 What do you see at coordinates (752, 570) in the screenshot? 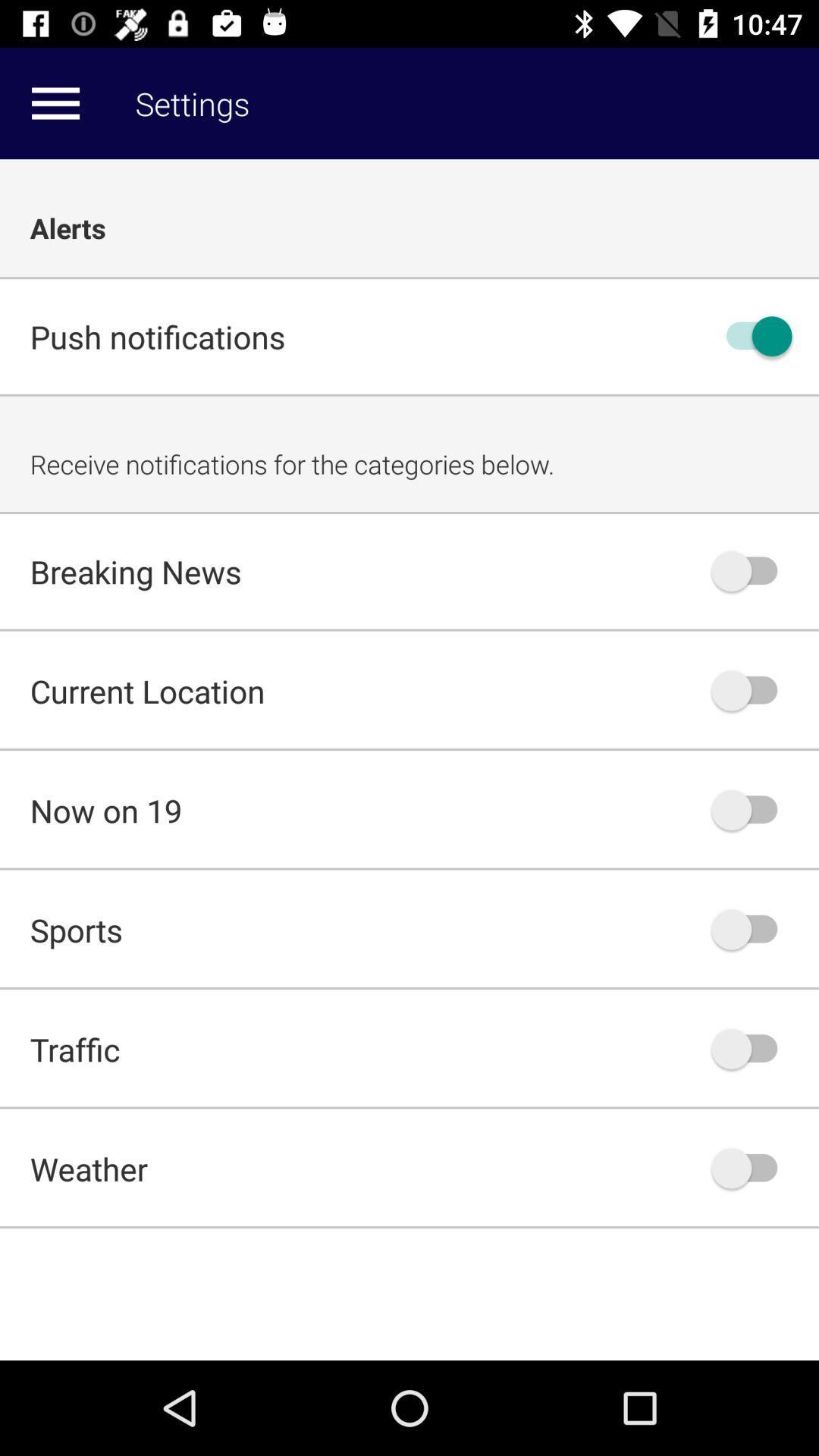
I see `option` at bounding box center [752, 570].